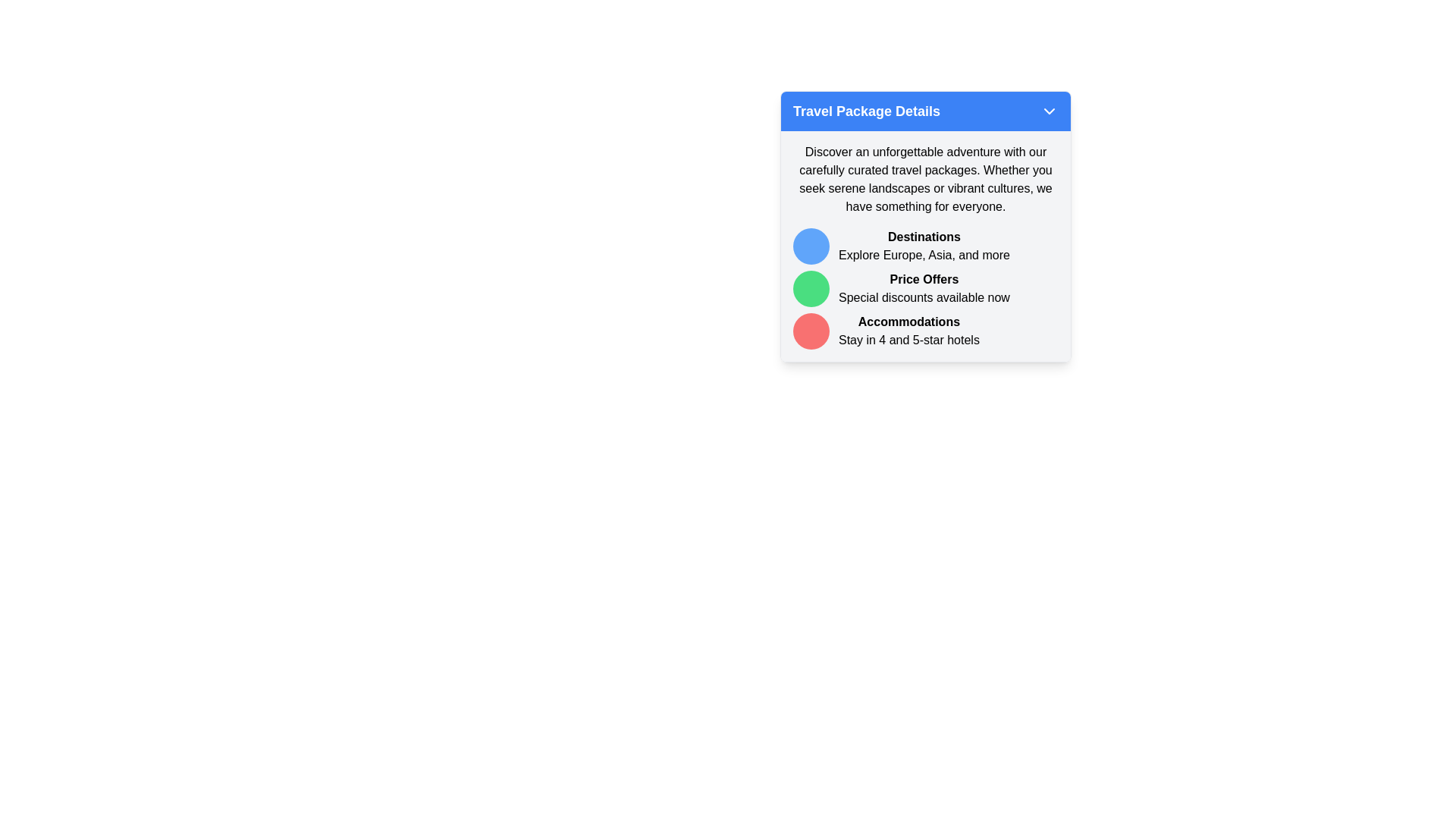  Describe the element at coordinates (924, 254) in the screenshot. I see `text label containing the phrase 'Explore Europe, Asia, and more', which is aligned below the bolded title 'Destinations' in a smaller font style` at that location.